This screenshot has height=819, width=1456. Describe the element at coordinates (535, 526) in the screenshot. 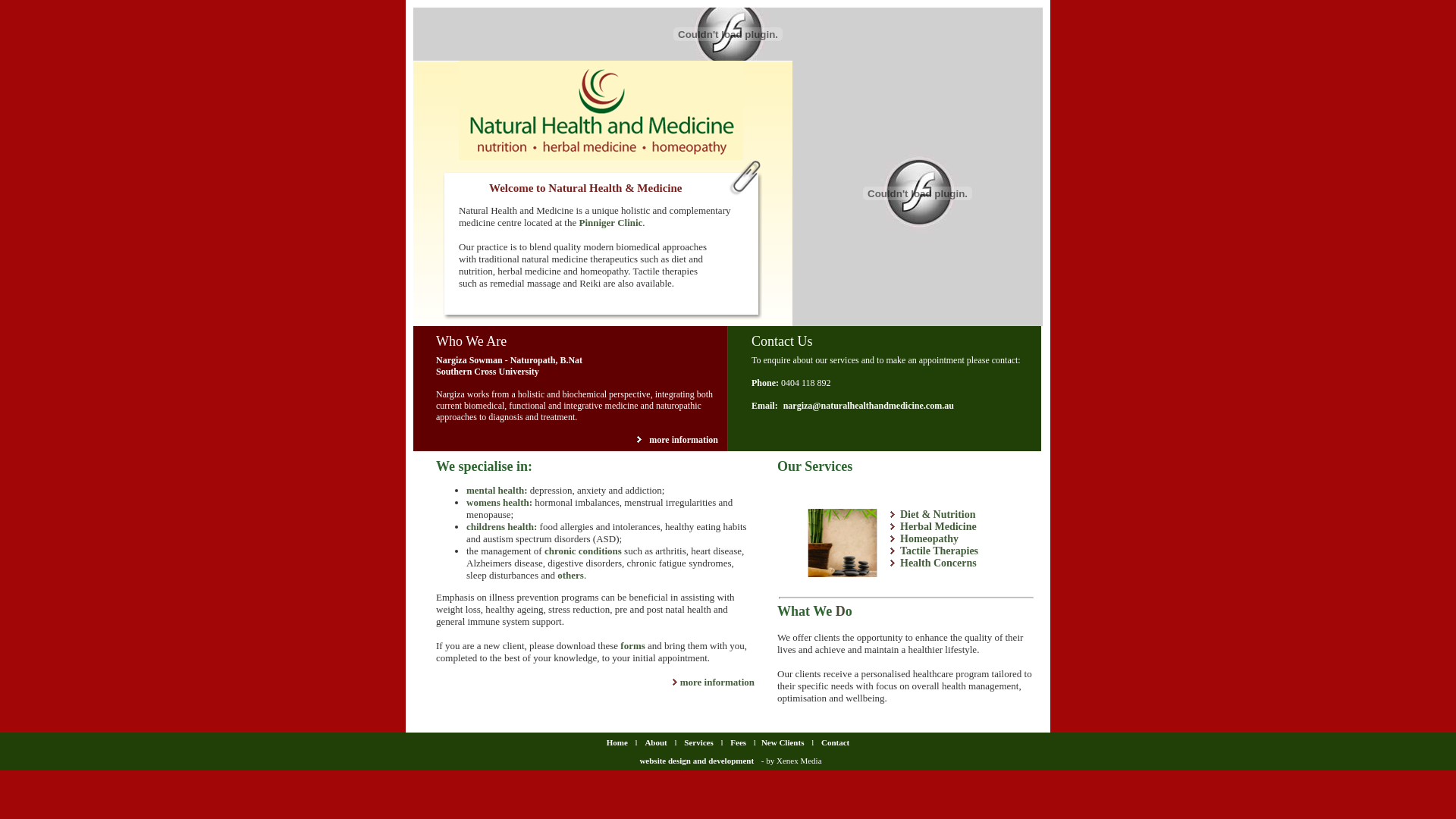

I see `':'` at that location.